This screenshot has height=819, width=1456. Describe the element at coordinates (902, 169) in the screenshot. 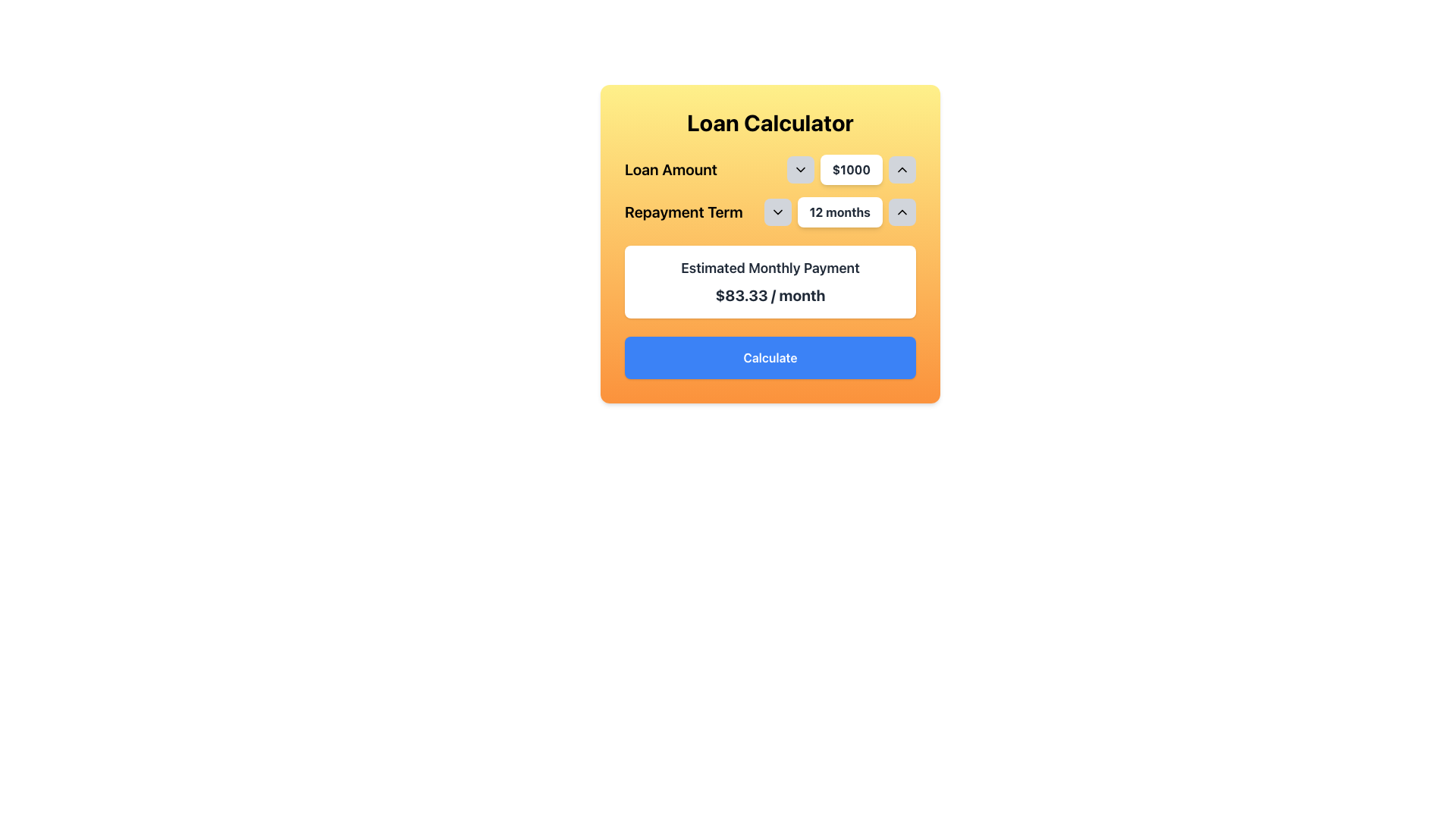

I see `the compact button with a light gray background and upward-pointing arrow icon located to the immediate right of the '$1000' numeric input box to increment the numeric value` at that location.